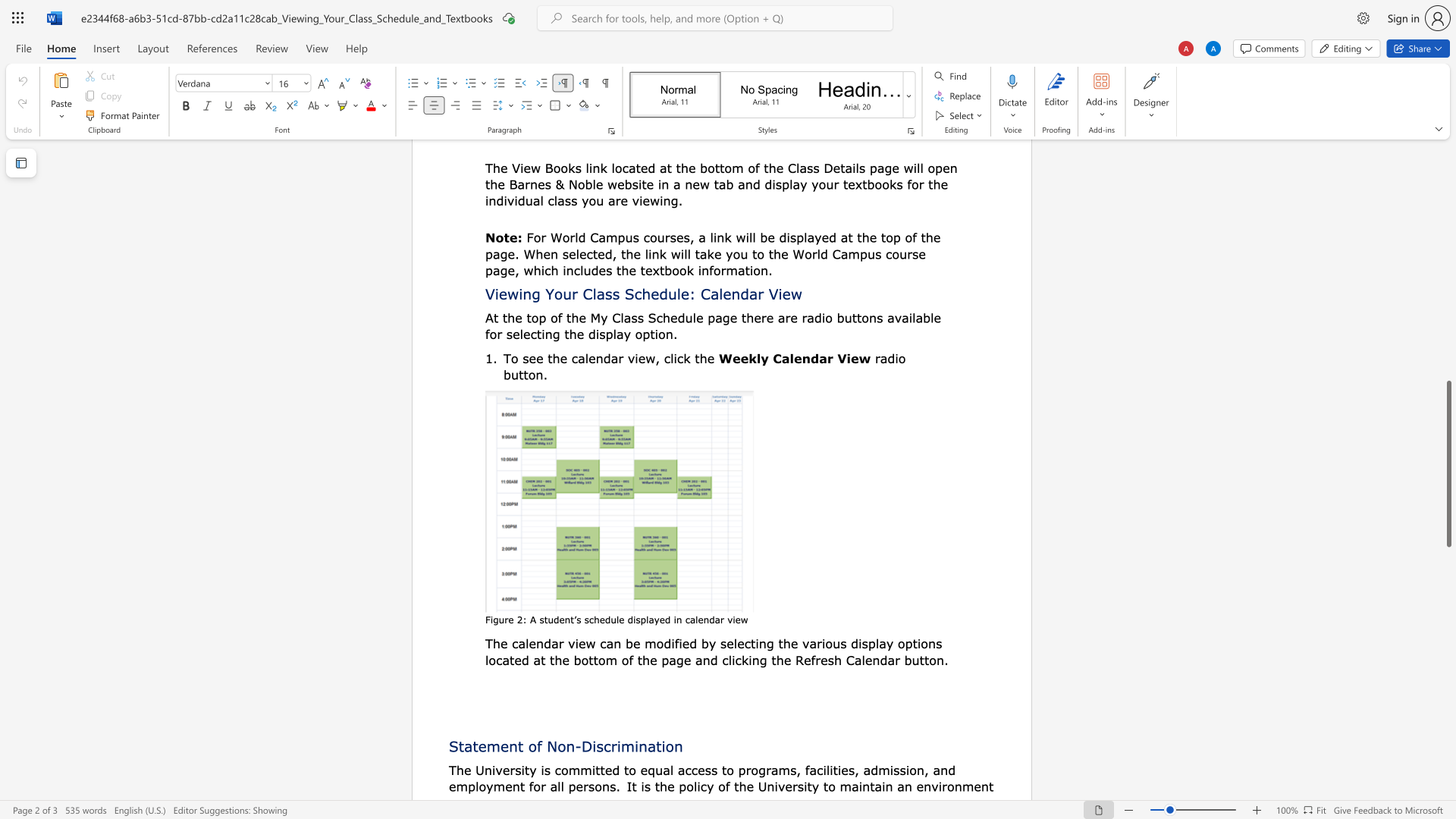 The width and height of the screenshot is (1456, 819). What do you see at coordinates (1448, 409) in the screenshot?
I see `the scrollbar to move the page up` at bounding box center [1448, 409].